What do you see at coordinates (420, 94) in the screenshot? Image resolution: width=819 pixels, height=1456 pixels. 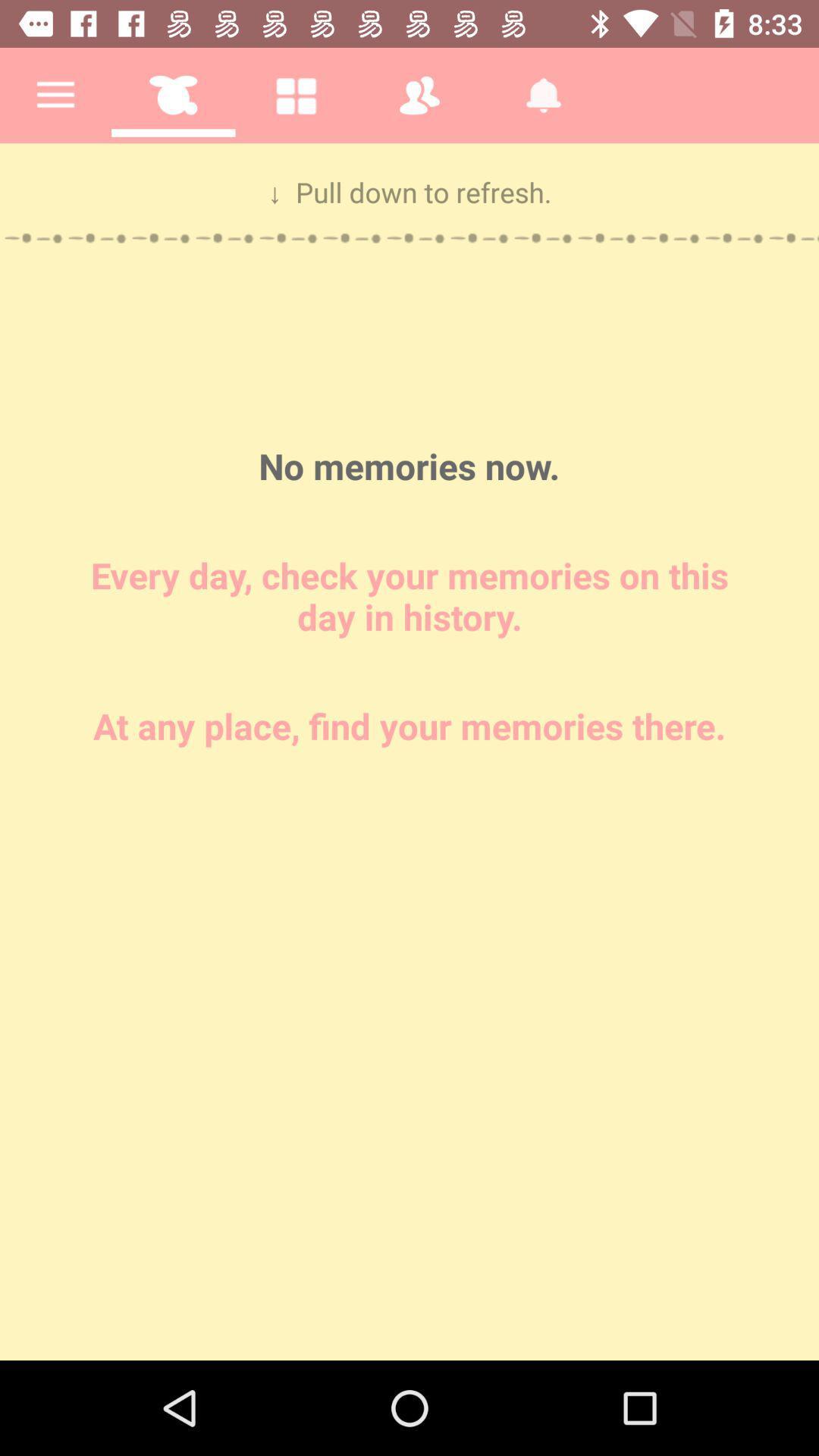 I see `the fourth icon on the first row` at bounding box center [420, 94].